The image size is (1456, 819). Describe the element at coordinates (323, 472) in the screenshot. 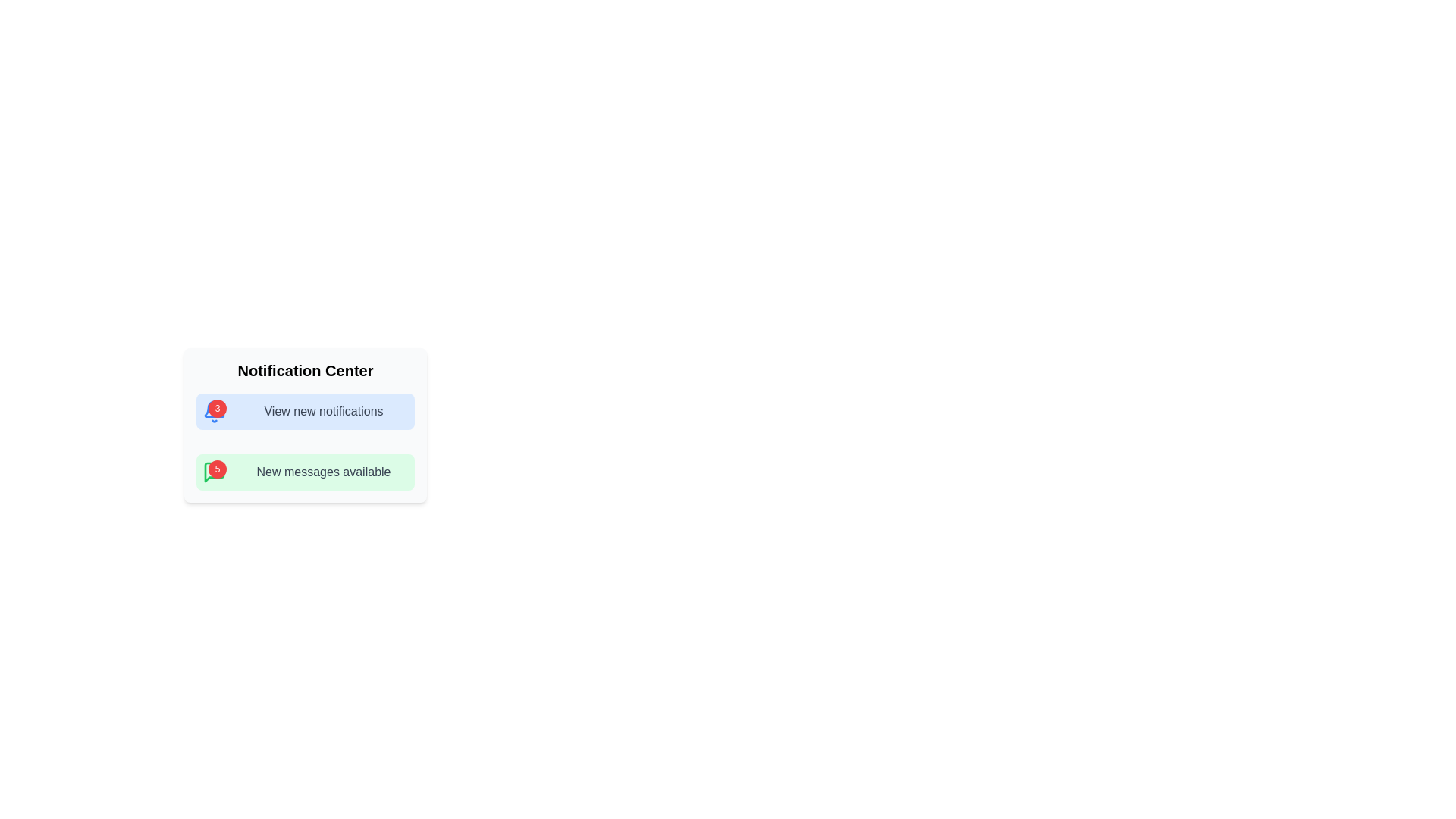

I see `text from the Text Label located in the Notification Center, below the View new notifications block, which announces the availability of new messages` at that location.